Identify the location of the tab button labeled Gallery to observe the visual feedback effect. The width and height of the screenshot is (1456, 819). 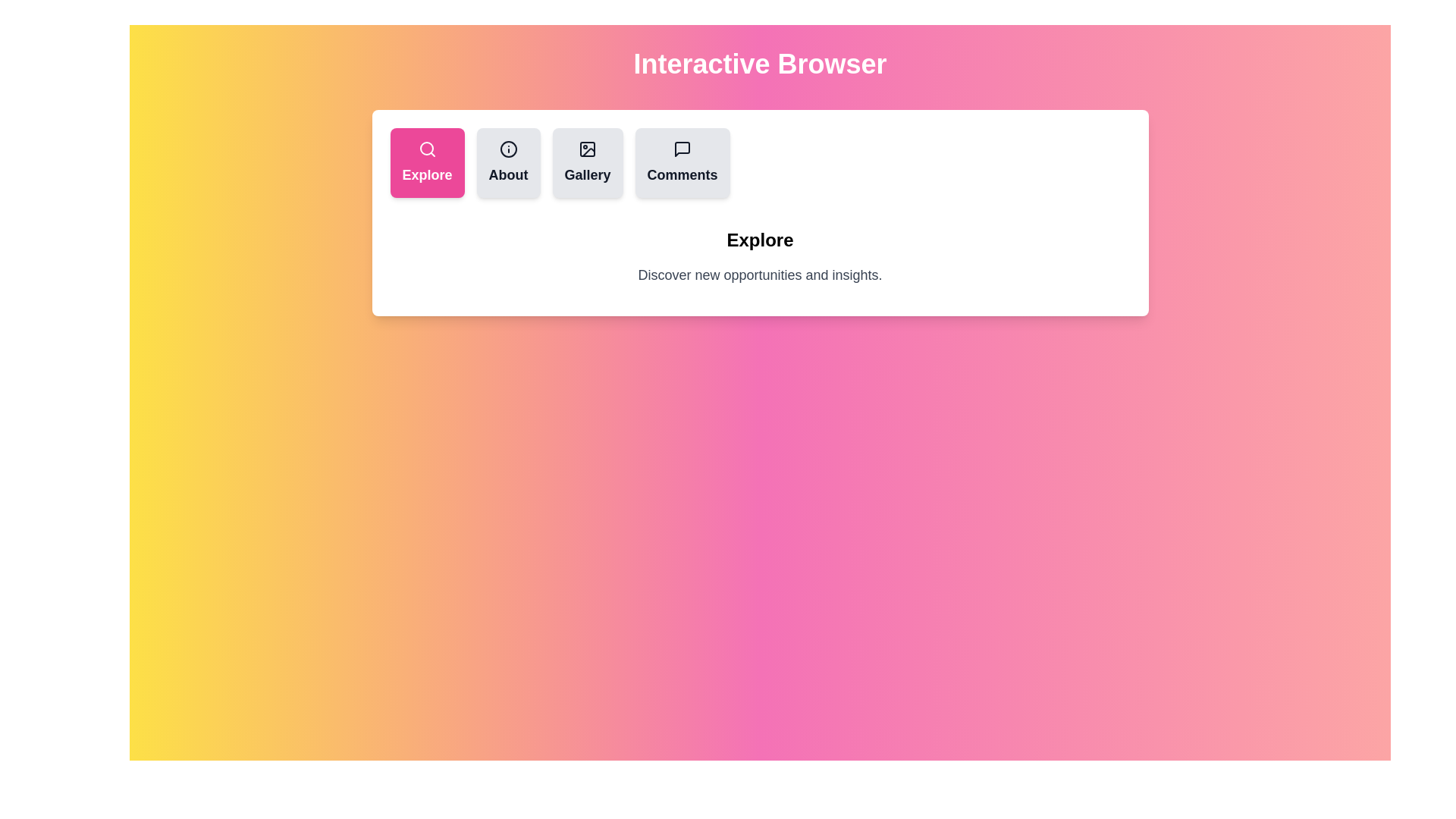
(587, 163).